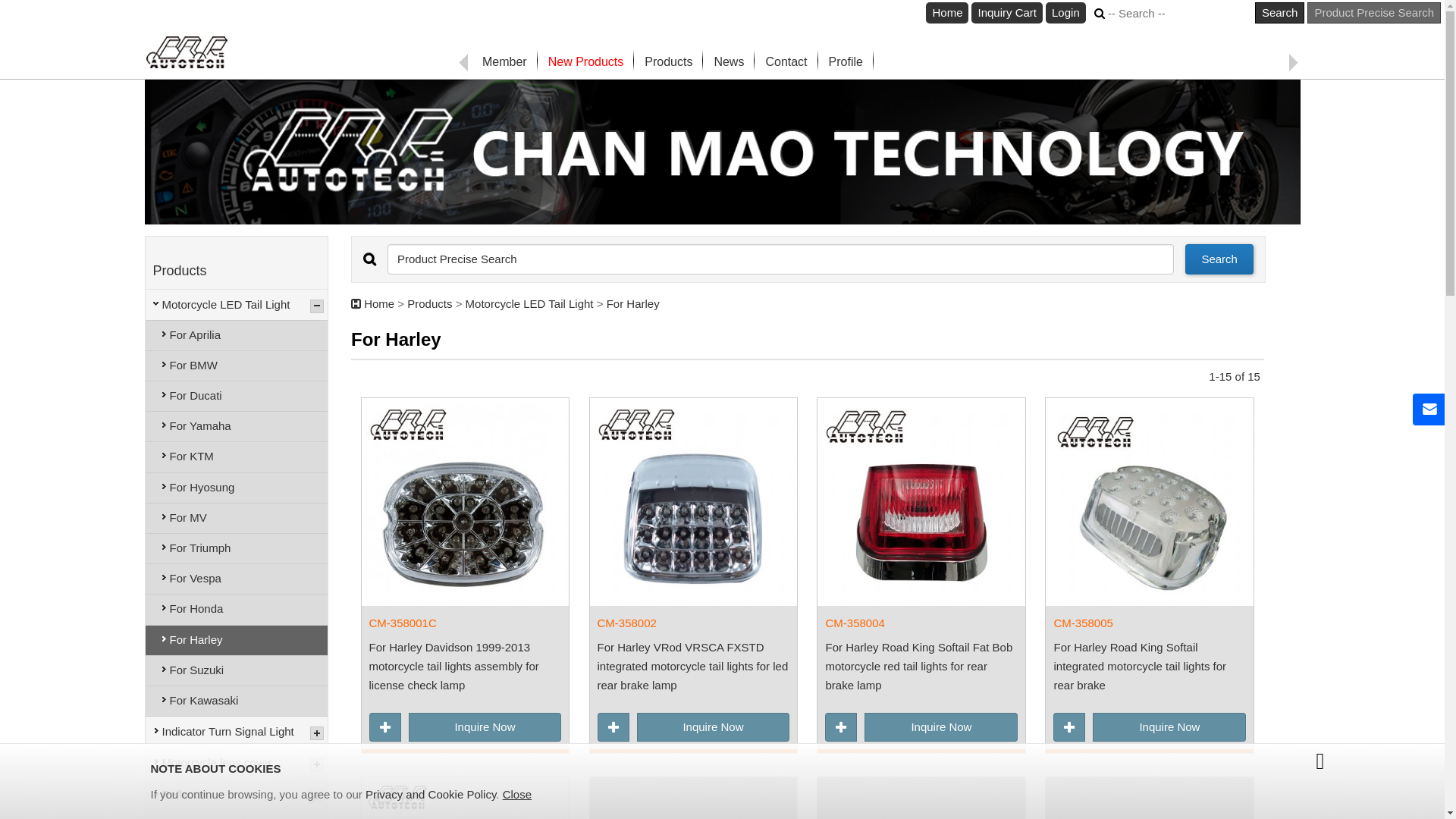 The image size is (1456, 819). Describe the element at coordinates (146, 517) in the screenshot. I see `'For MV'` at that location.